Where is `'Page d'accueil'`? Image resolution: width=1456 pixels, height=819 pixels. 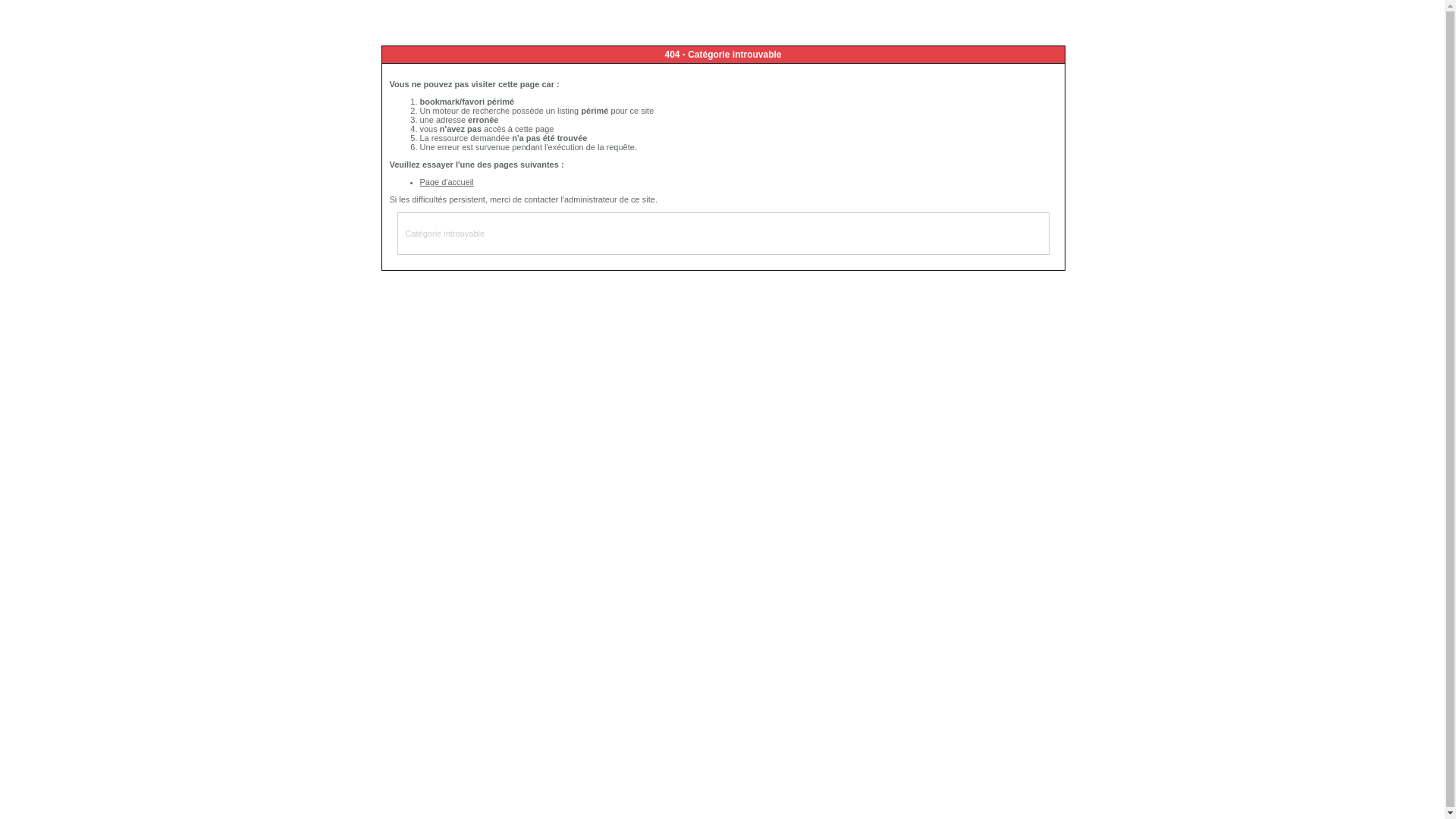
'Page d'accueil' is located at coordinates (419, 180).